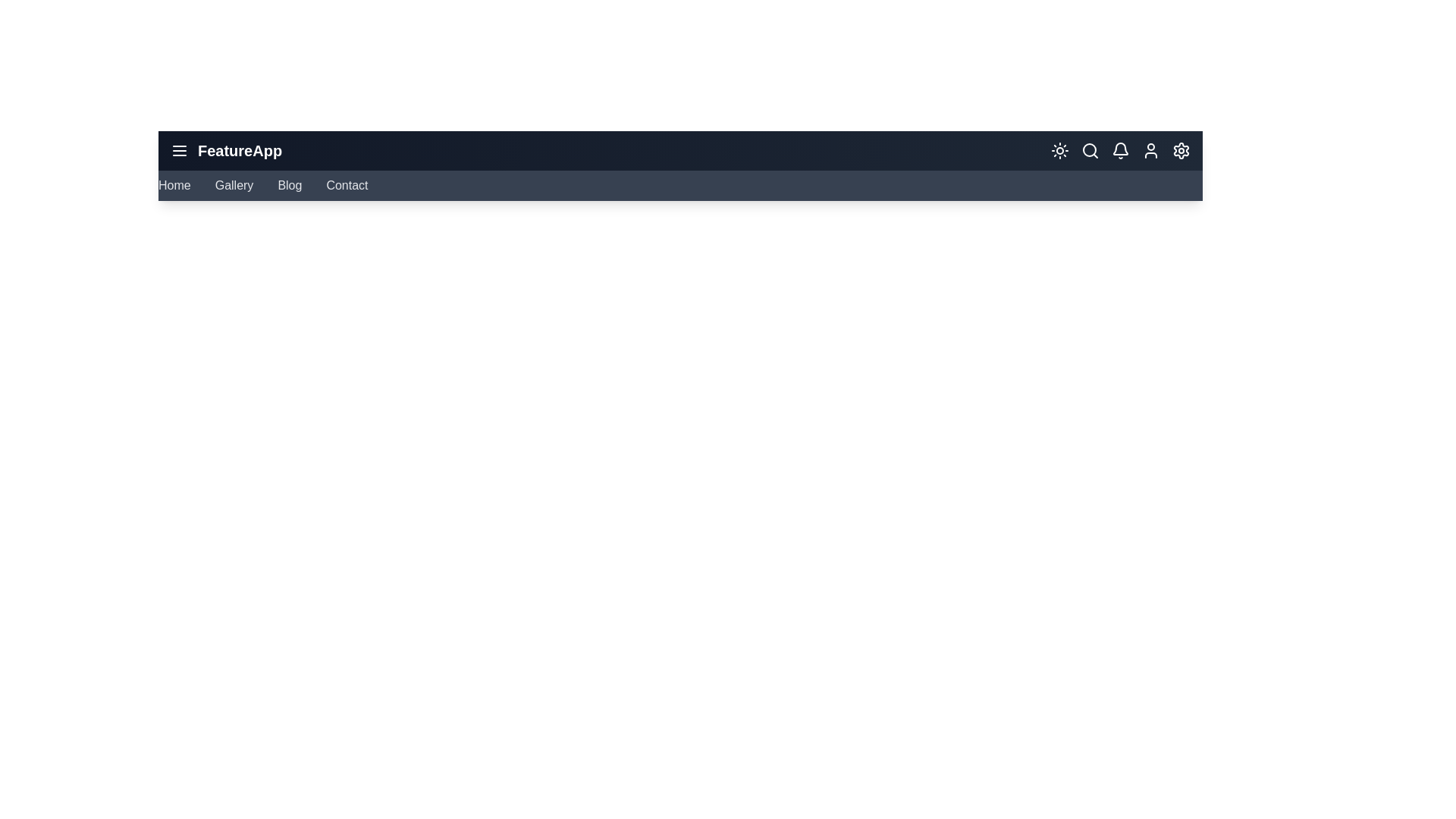  I want to click on the navigation menu item Contact, so click(345, 185).